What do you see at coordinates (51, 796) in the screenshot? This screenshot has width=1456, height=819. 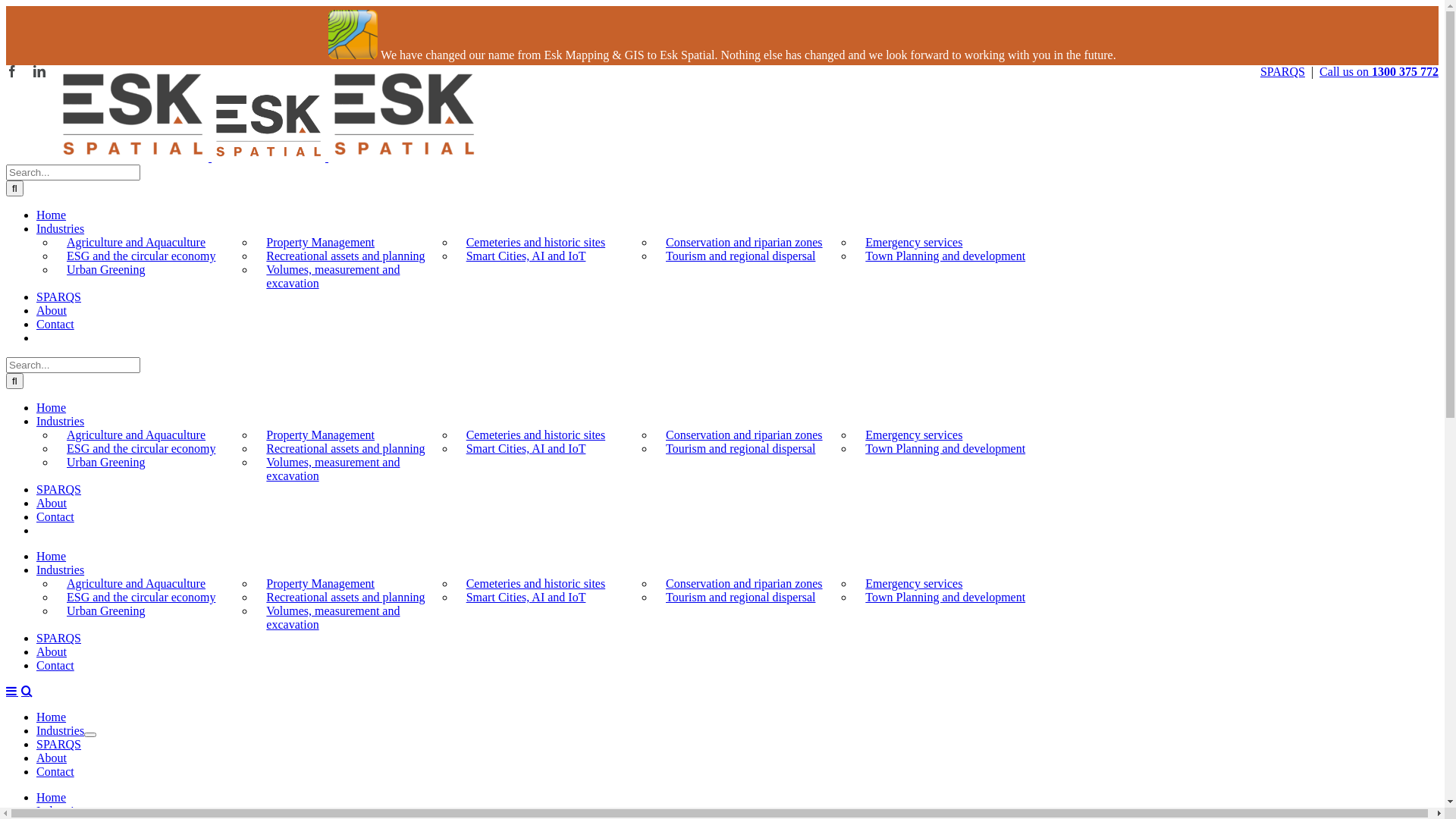 I see `'Home'` at bounding box center [51, 796].